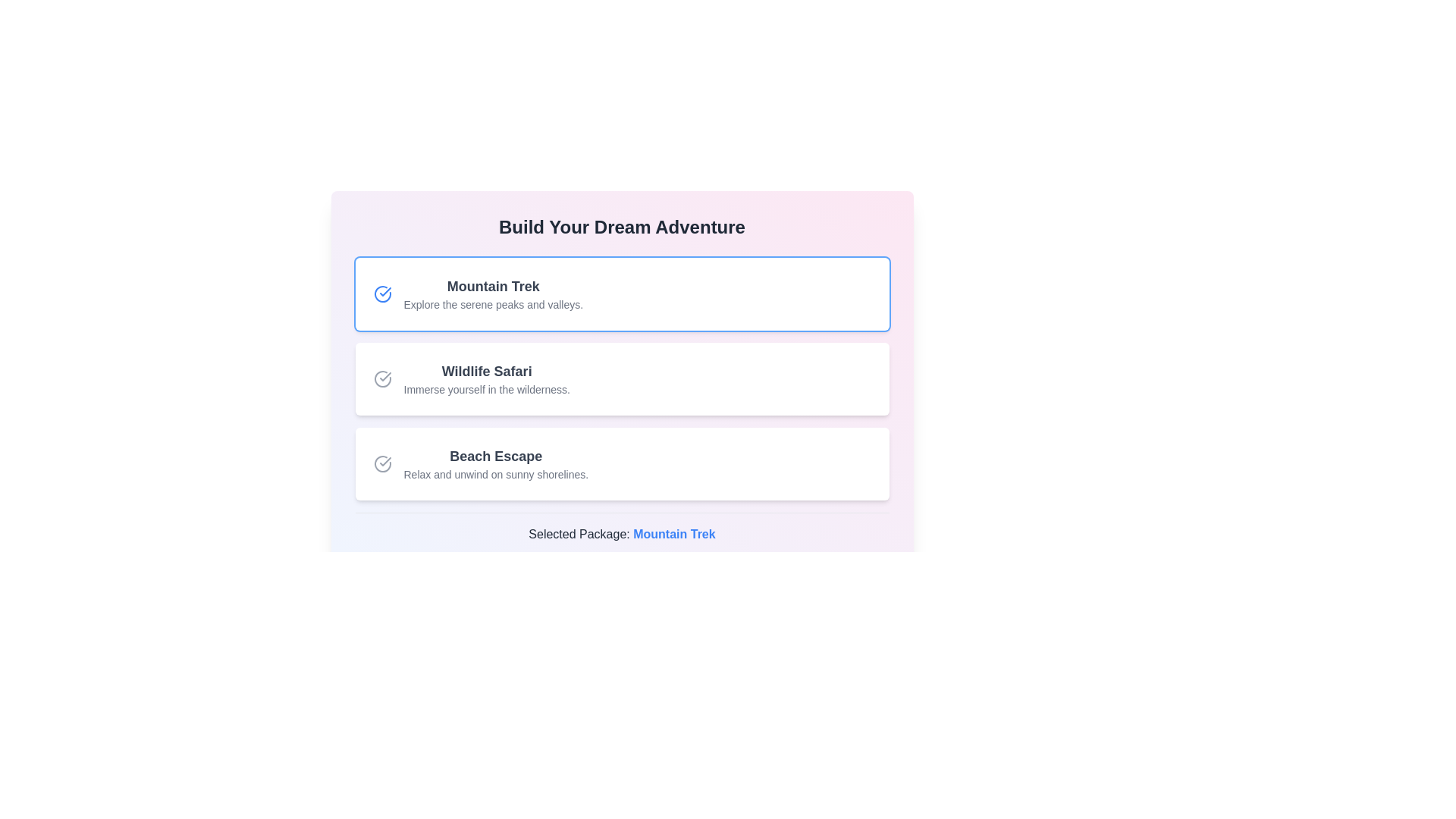 The height and width of the screenshot is (819, 1456). Describe the element at coordinates (496, 463) in the screenshot. I see `the text description element that displays 'Beach Escape' and 'Relax and unwind on sunny shorelines', located in the third selectable option of the list` at that location.